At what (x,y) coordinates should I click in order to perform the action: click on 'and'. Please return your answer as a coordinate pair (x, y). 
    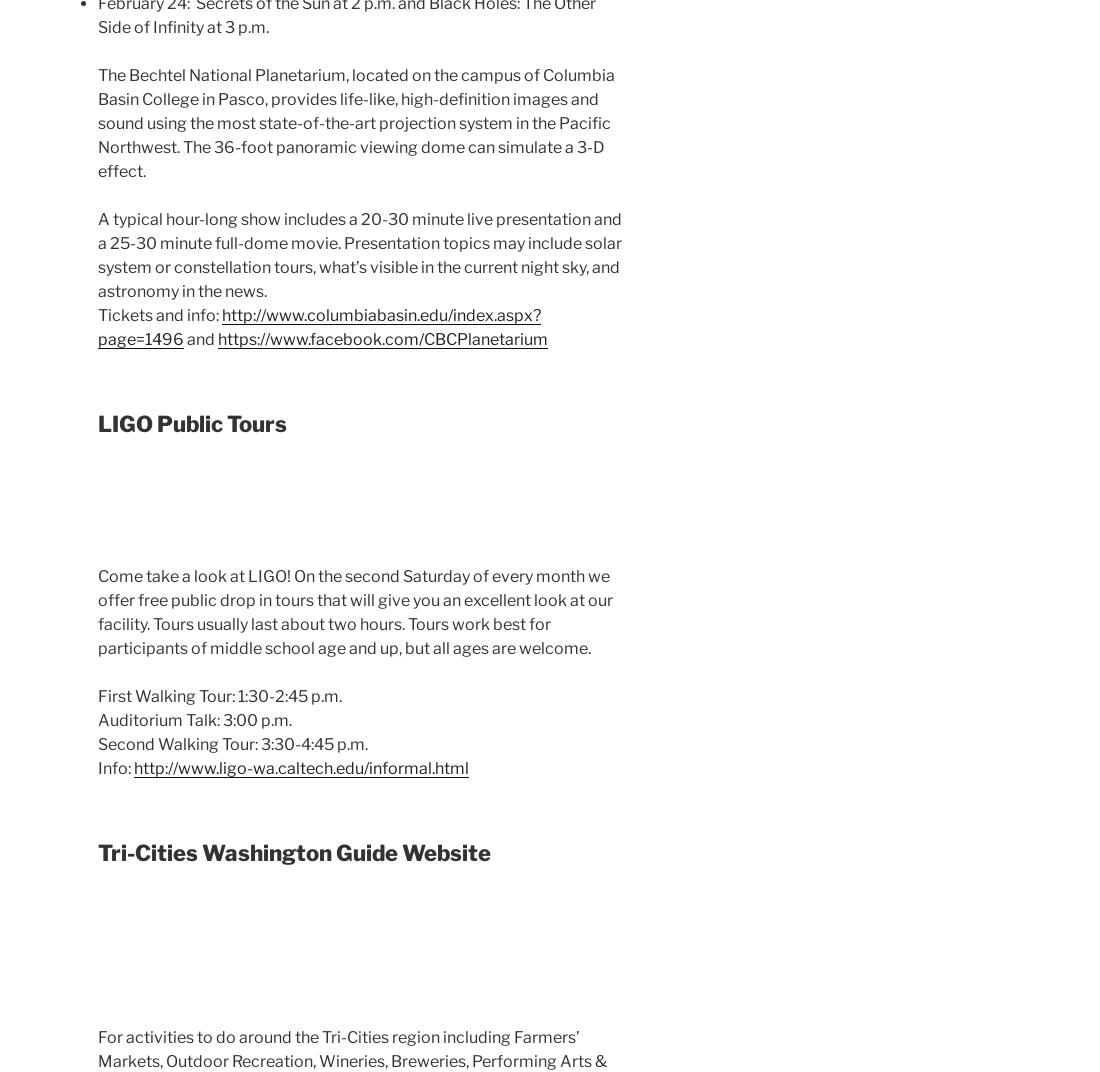
    Looking at the image, I should click on (199, 339).